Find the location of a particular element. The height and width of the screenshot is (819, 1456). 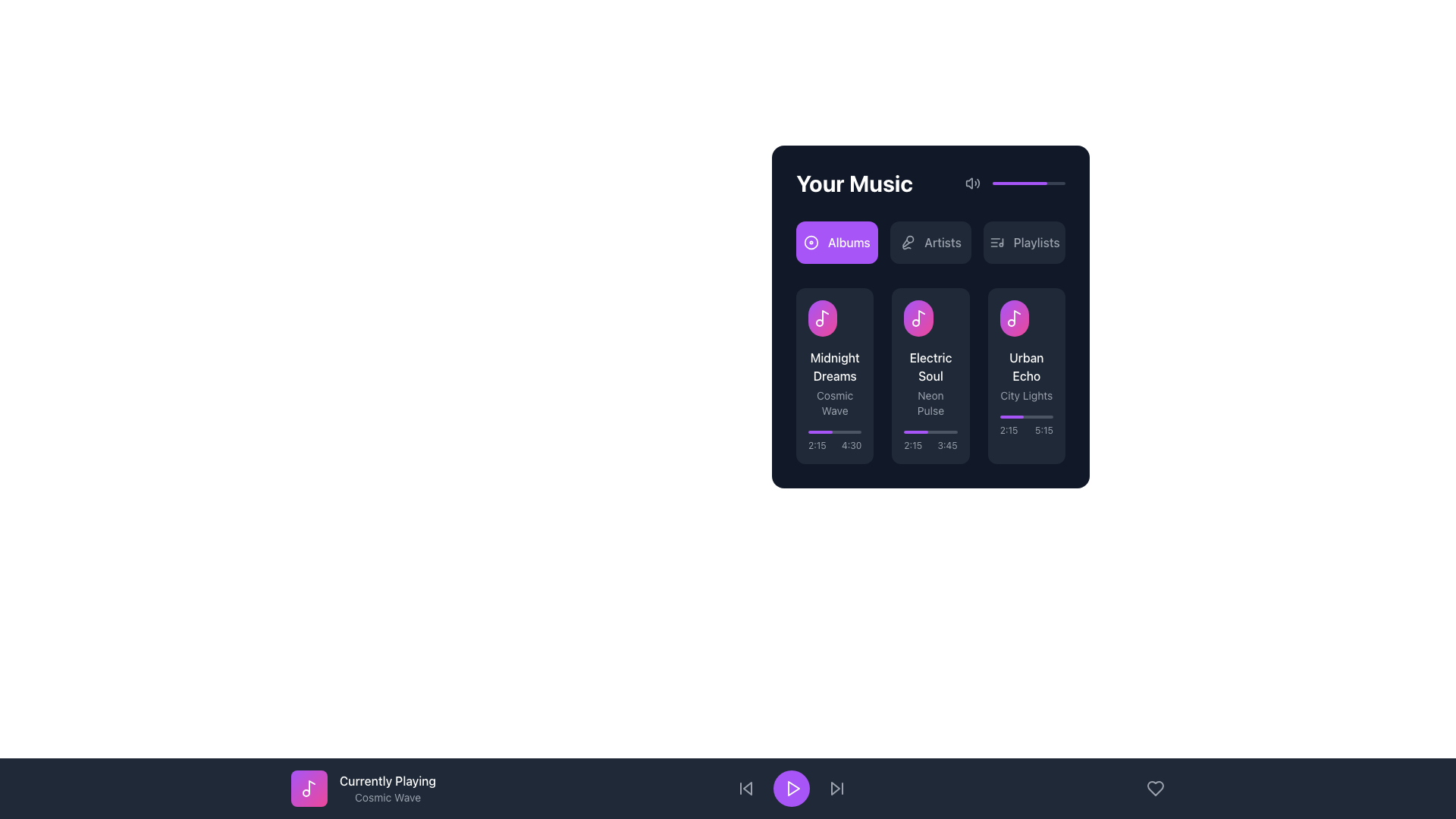

the text label displaying 'Midnight Dreams', which is styled with a white font on a dark background and is located in the top-middle of the card titled 'Midnight Dreams' is located at coordinates (834, 366).